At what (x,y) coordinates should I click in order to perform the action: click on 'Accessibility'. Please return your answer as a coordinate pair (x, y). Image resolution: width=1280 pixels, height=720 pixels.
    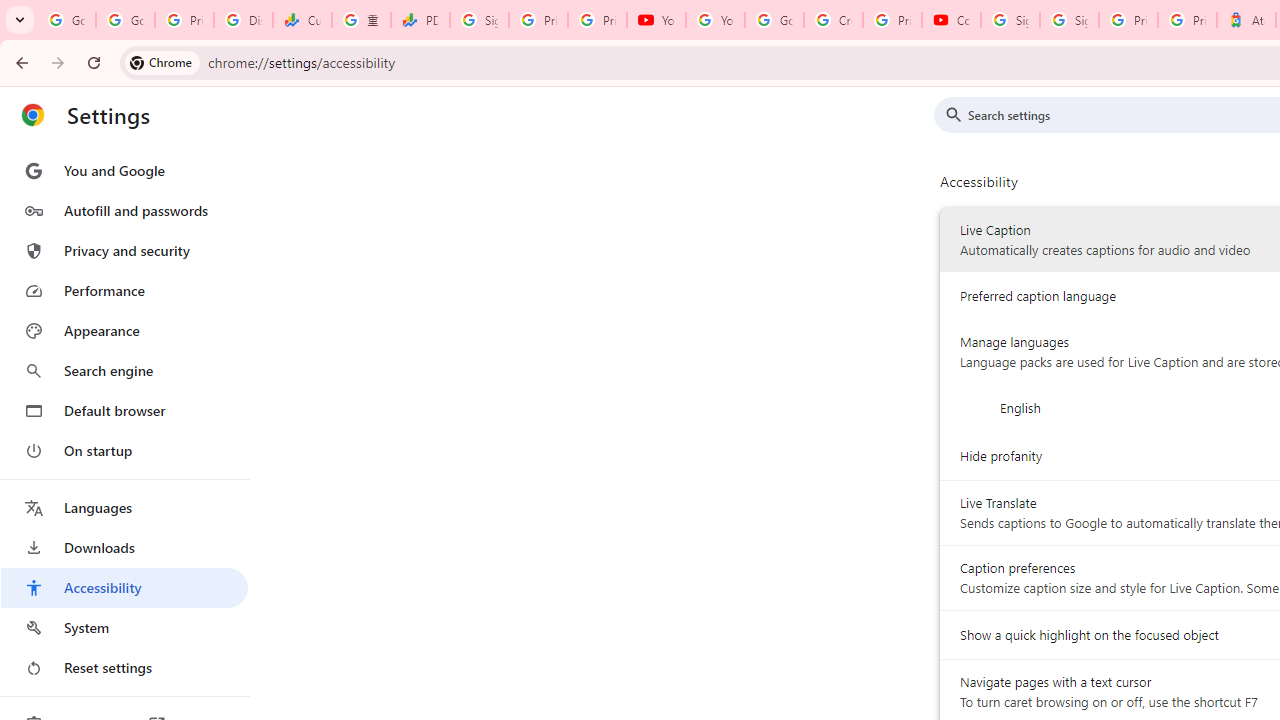
    Looking at the image, I should click on (123, 586).